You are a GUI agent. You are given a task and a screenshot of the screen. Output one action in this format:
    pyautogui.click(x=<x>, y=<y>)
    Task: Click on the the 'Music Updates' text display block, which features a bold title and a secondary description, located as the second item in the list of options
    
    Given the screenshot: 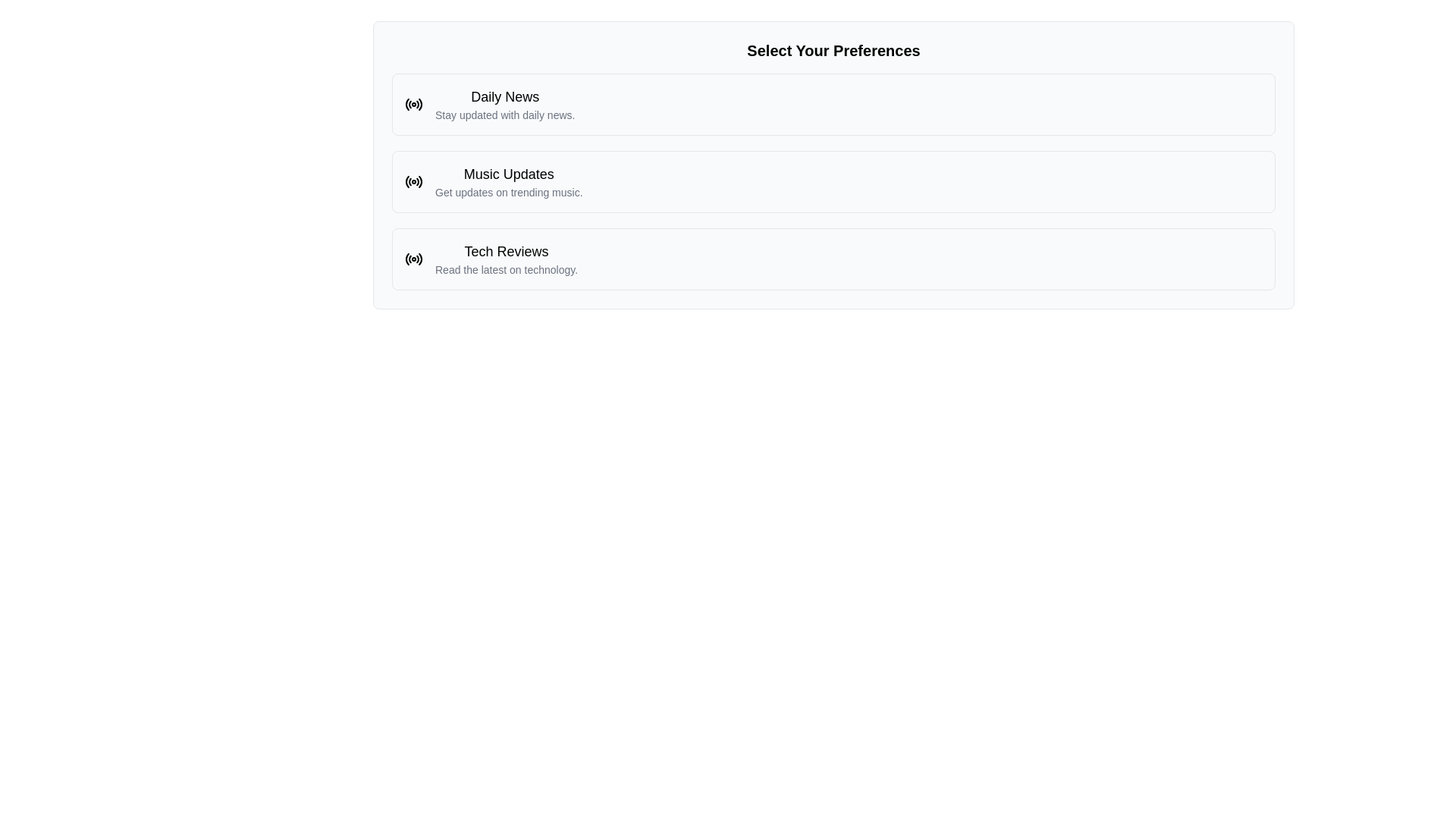 What is the action you would take?
    pyautogui.click(x=509, y=180)
    